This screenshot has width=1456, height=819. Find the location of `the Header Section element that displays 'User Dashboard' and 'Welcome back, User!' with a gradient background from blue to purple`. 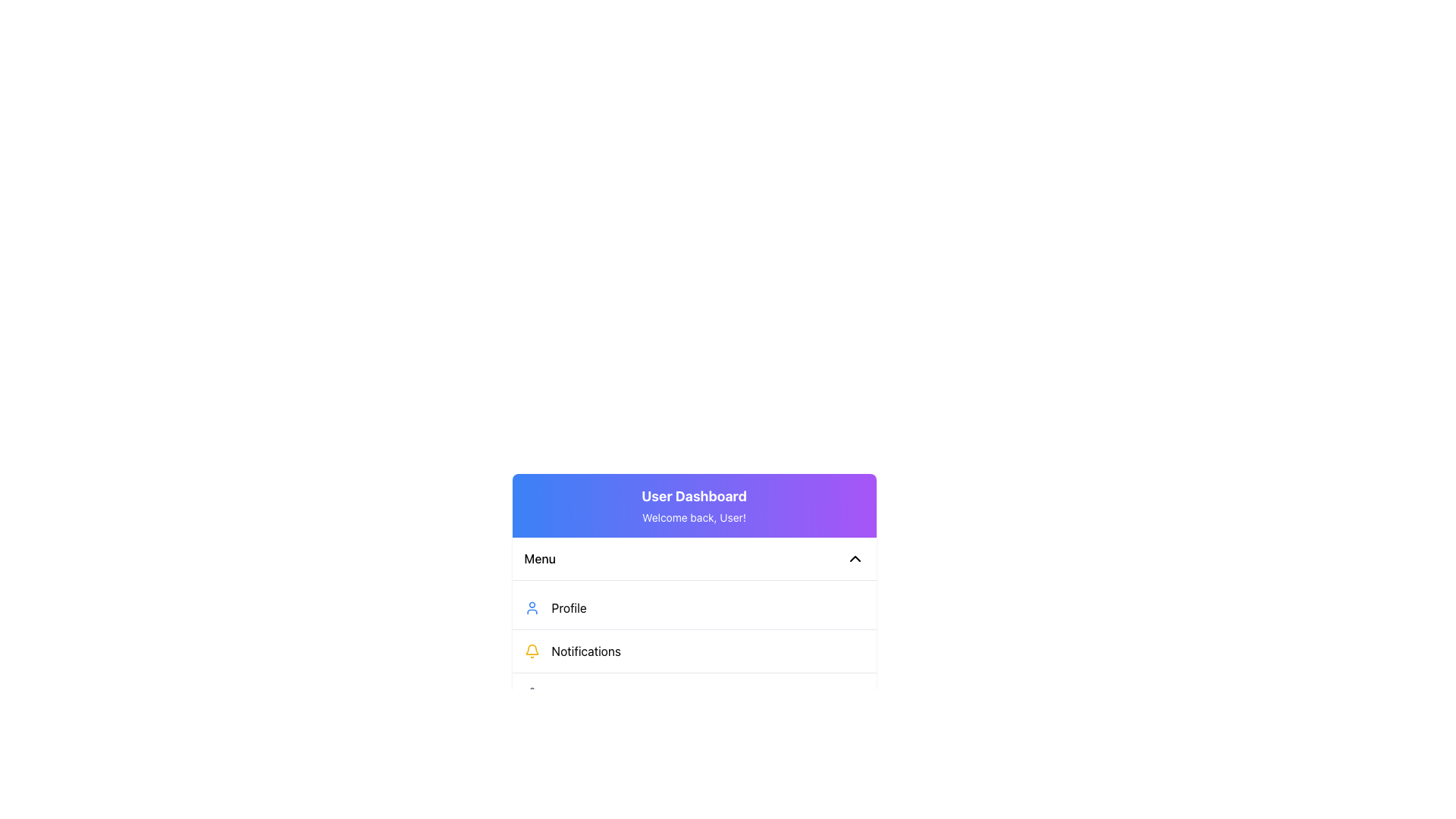

the Header Section element that displays 'User Dashboard' and 'Welcome back, User!' with a gradient background from blue to purple is located at coordinates (693, 506).